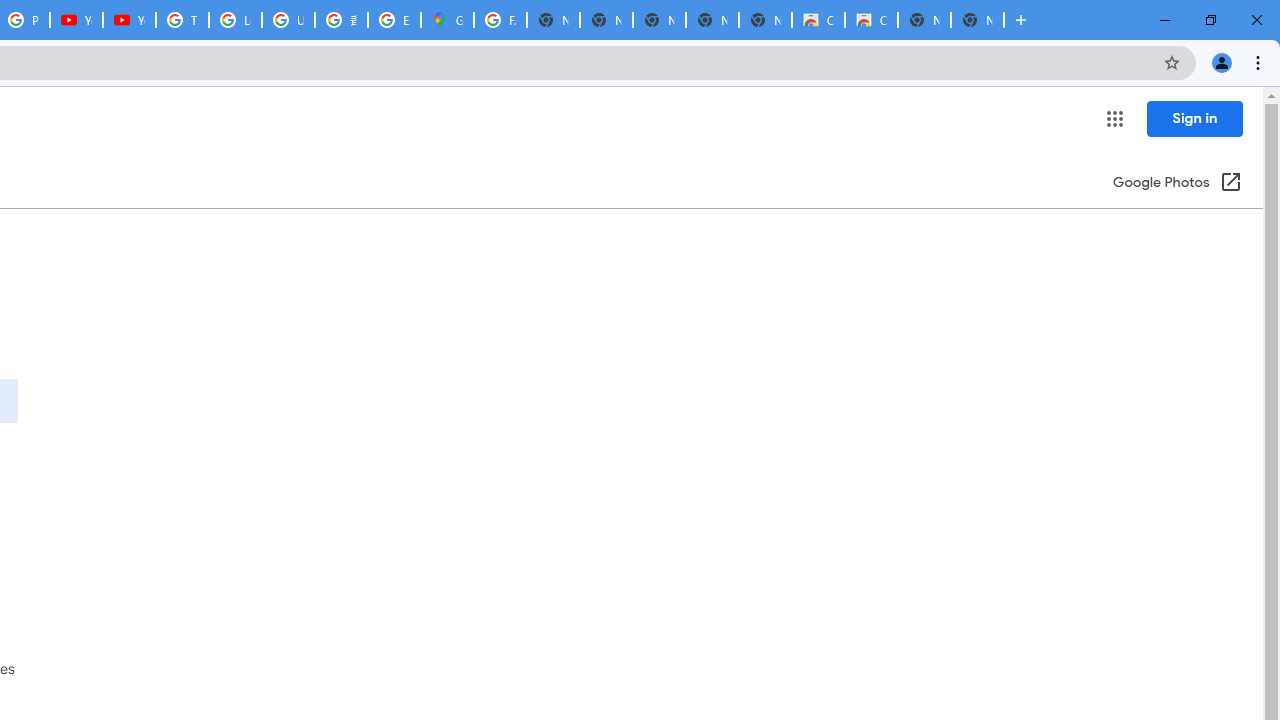 This screenshot has width=1280, height=720. What do you see at coordinates (76, 20) in the screenshot?
I see `'YouTube'` at bounding box center [76, 20].